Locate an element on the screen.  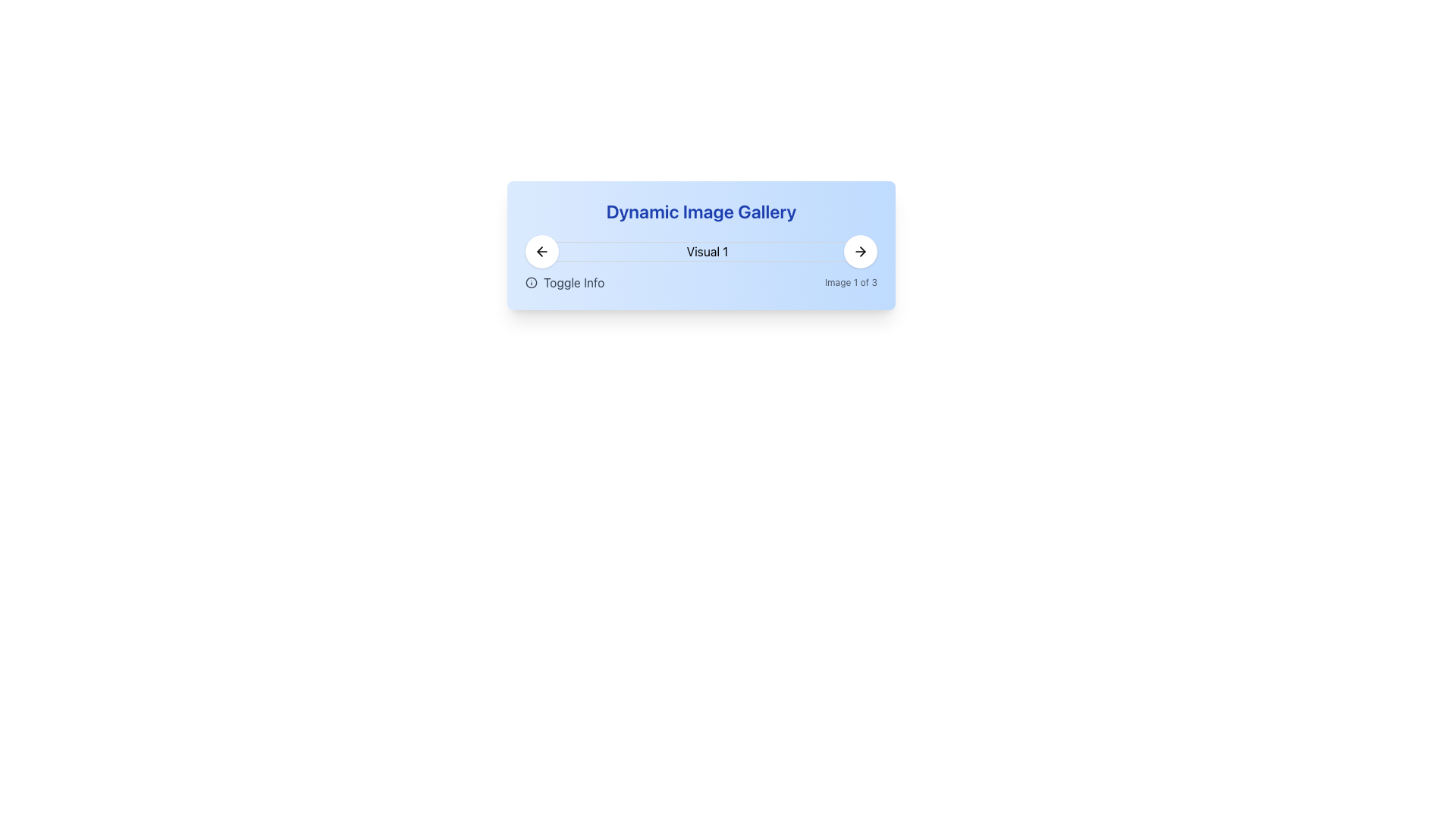
the left part of the Composite element displaying 'Toggle Info' is located at coordinates (701, 283).